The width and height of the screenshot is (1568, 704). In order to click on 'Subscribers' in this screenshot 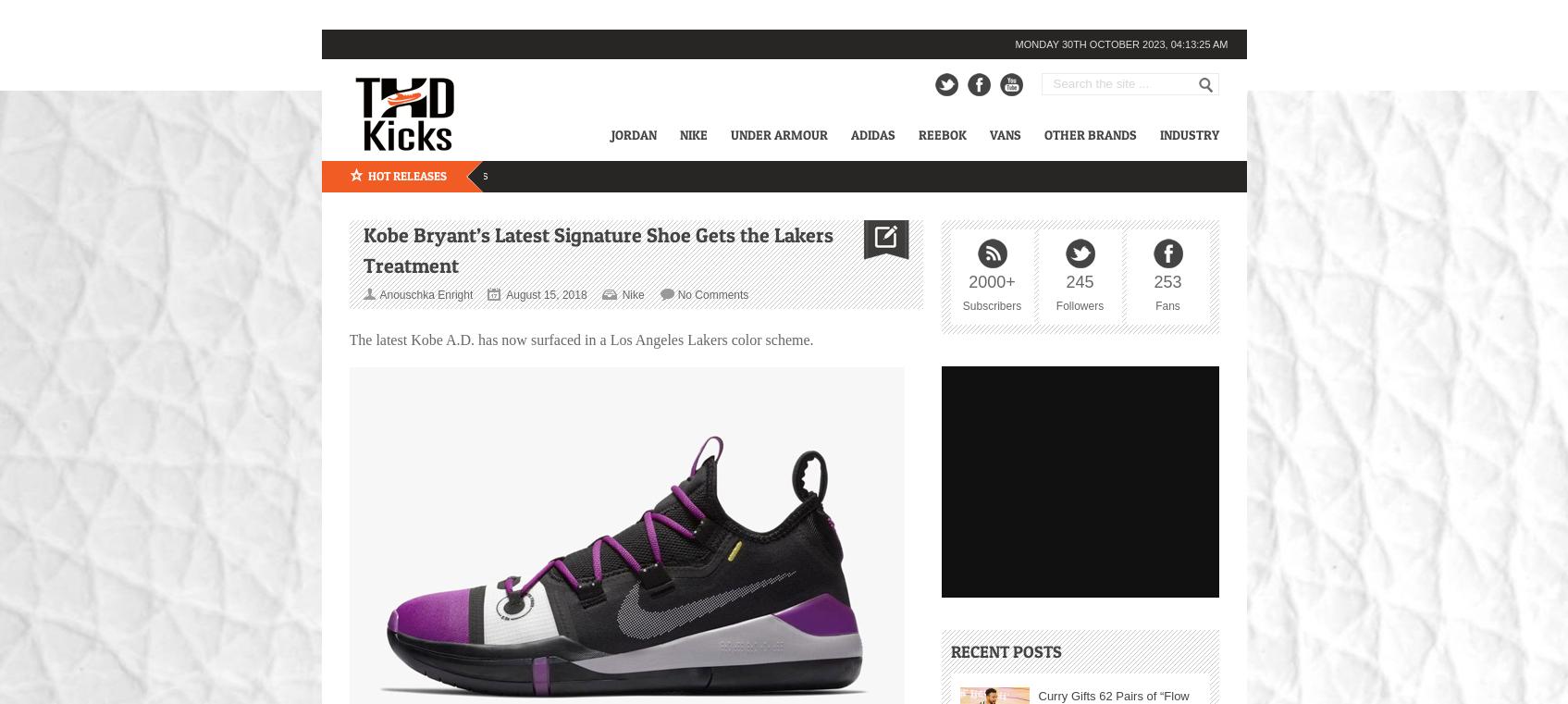, I will do `click(991, 303)`.